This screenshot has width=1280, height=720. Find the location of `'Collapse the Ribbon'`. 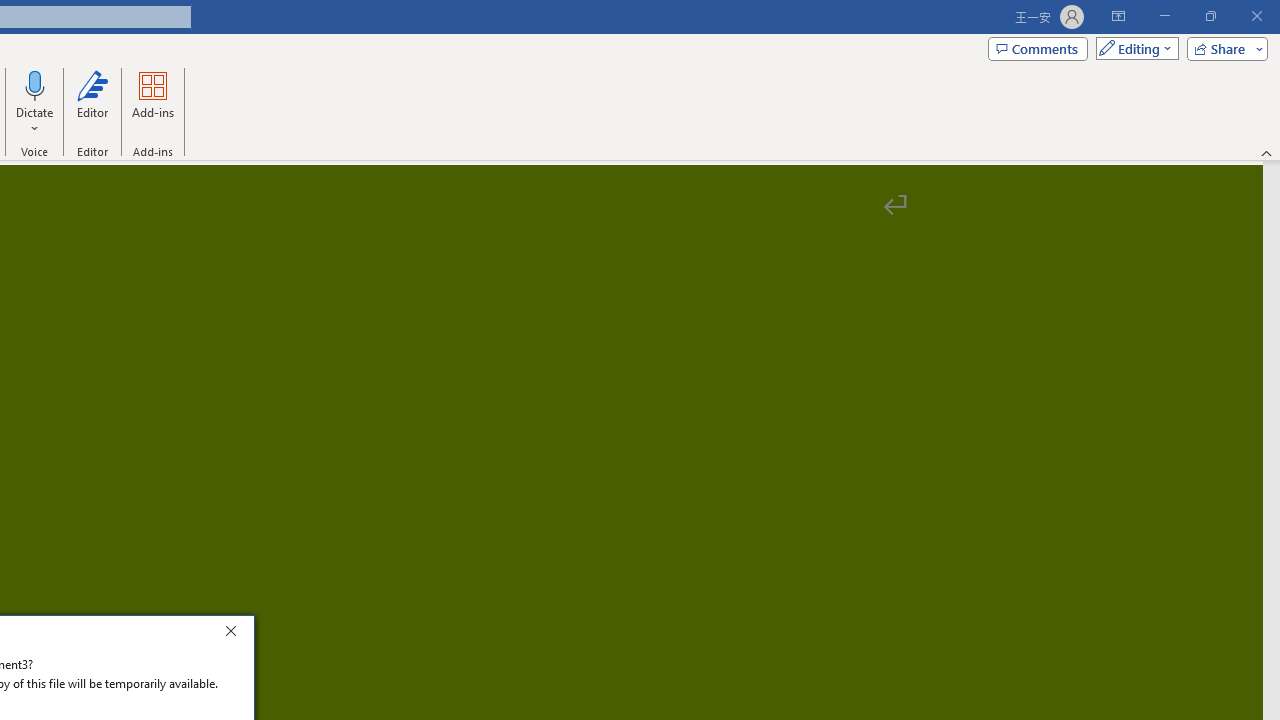

'Collapse the Ribbon' is located at coordinates (1266, 152).